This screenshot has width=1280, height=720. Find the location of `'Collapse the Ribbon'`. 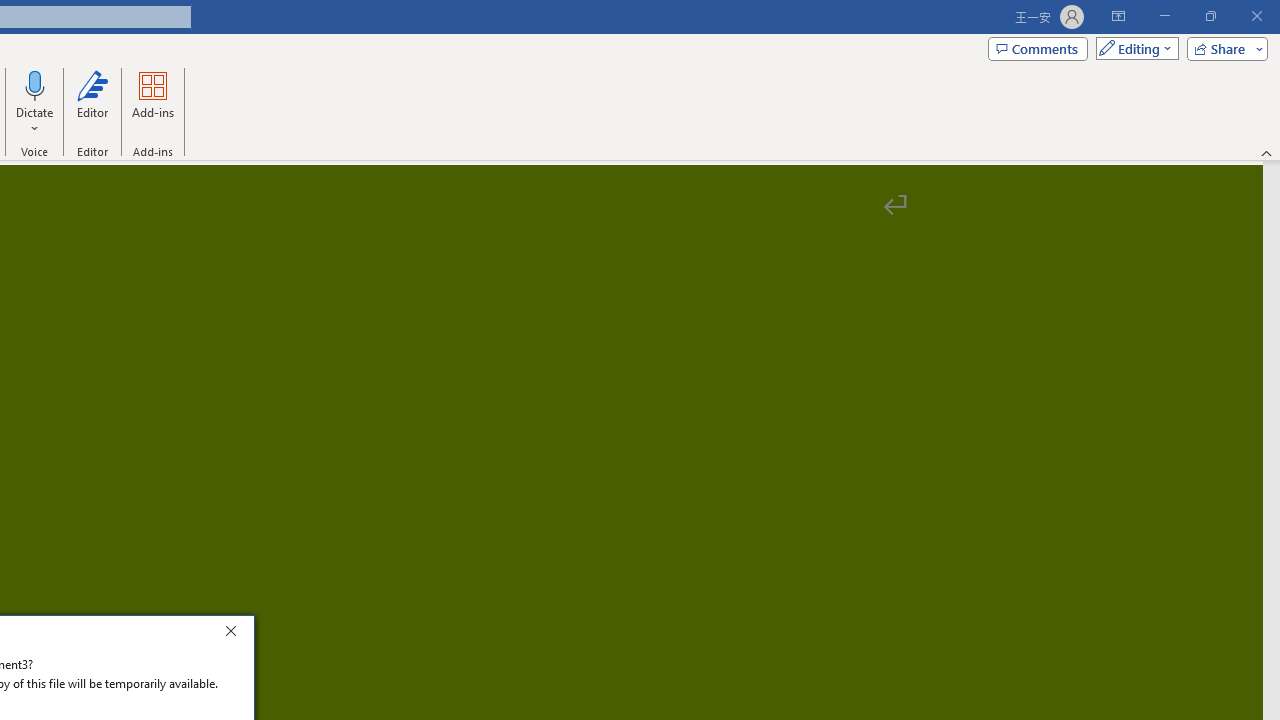

'Collapse the Ribbon' is located at coordinates (1266, 152).